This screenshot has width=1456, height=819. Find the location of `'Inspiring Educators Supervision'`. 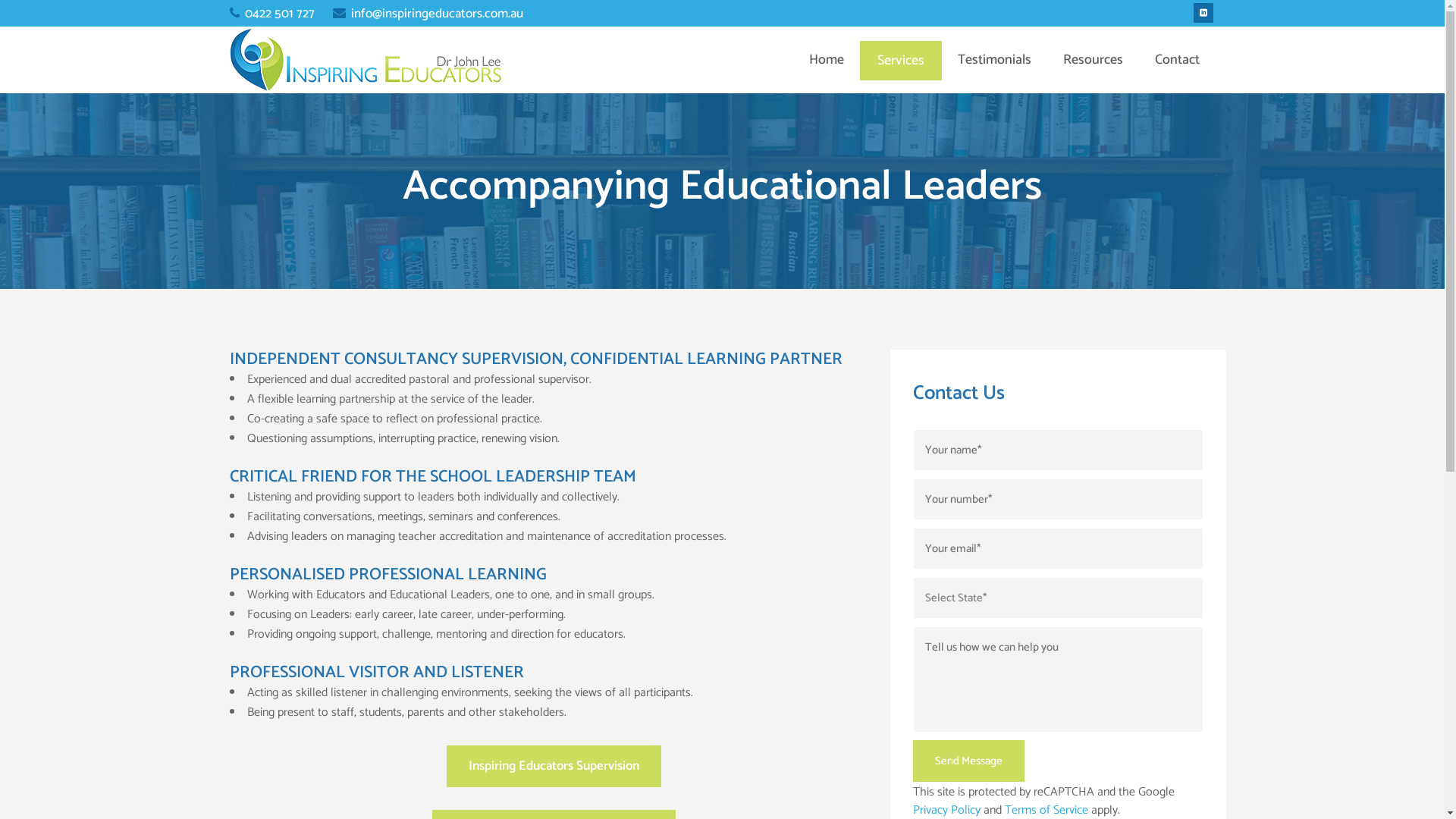

'Inspiring Educators Supervision' is located at coordinates (553, 766).